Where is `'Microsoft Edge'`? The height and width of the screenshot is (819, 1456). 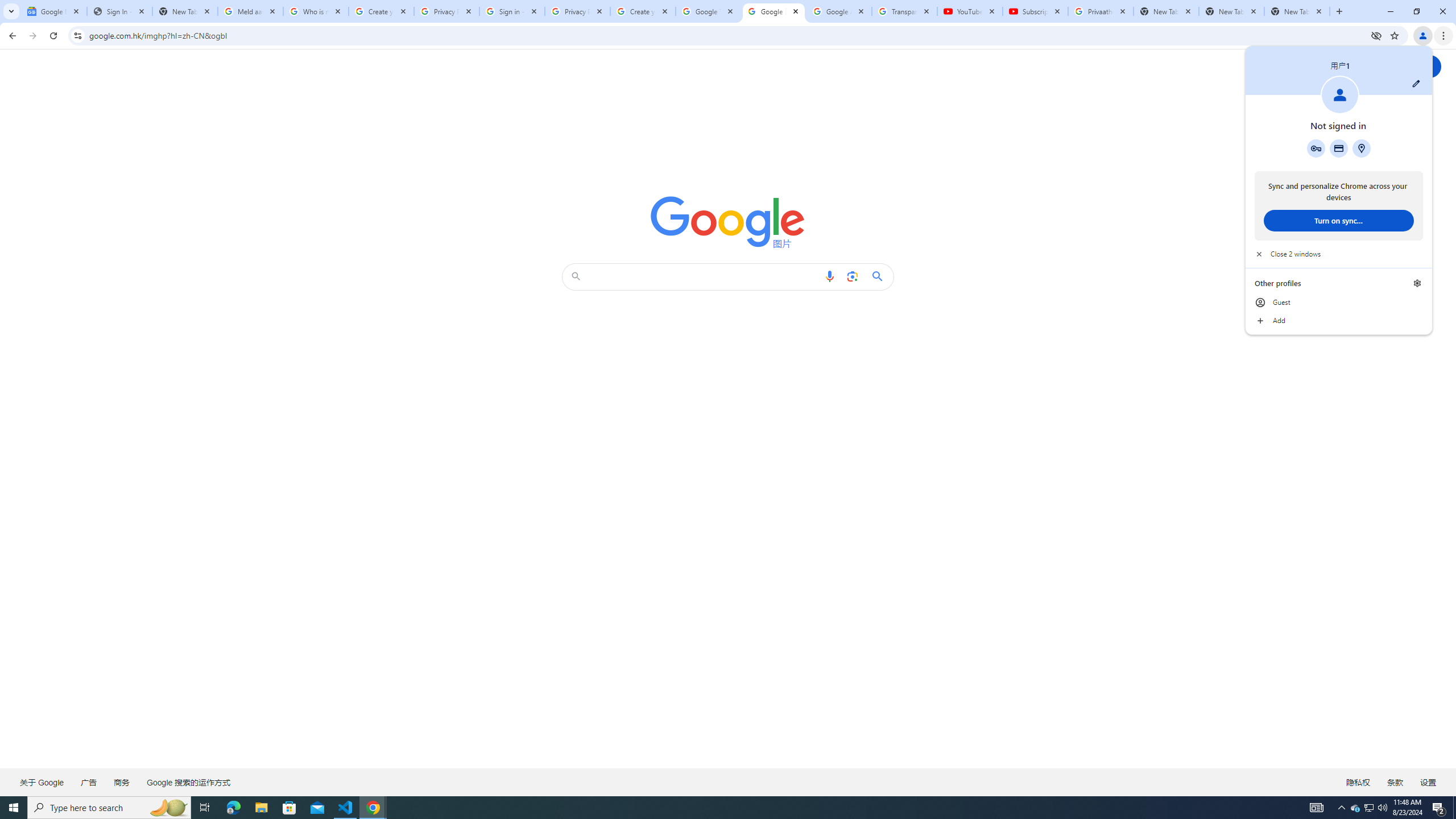
'Microsoft Edge' is located at coordinates (233, 806).